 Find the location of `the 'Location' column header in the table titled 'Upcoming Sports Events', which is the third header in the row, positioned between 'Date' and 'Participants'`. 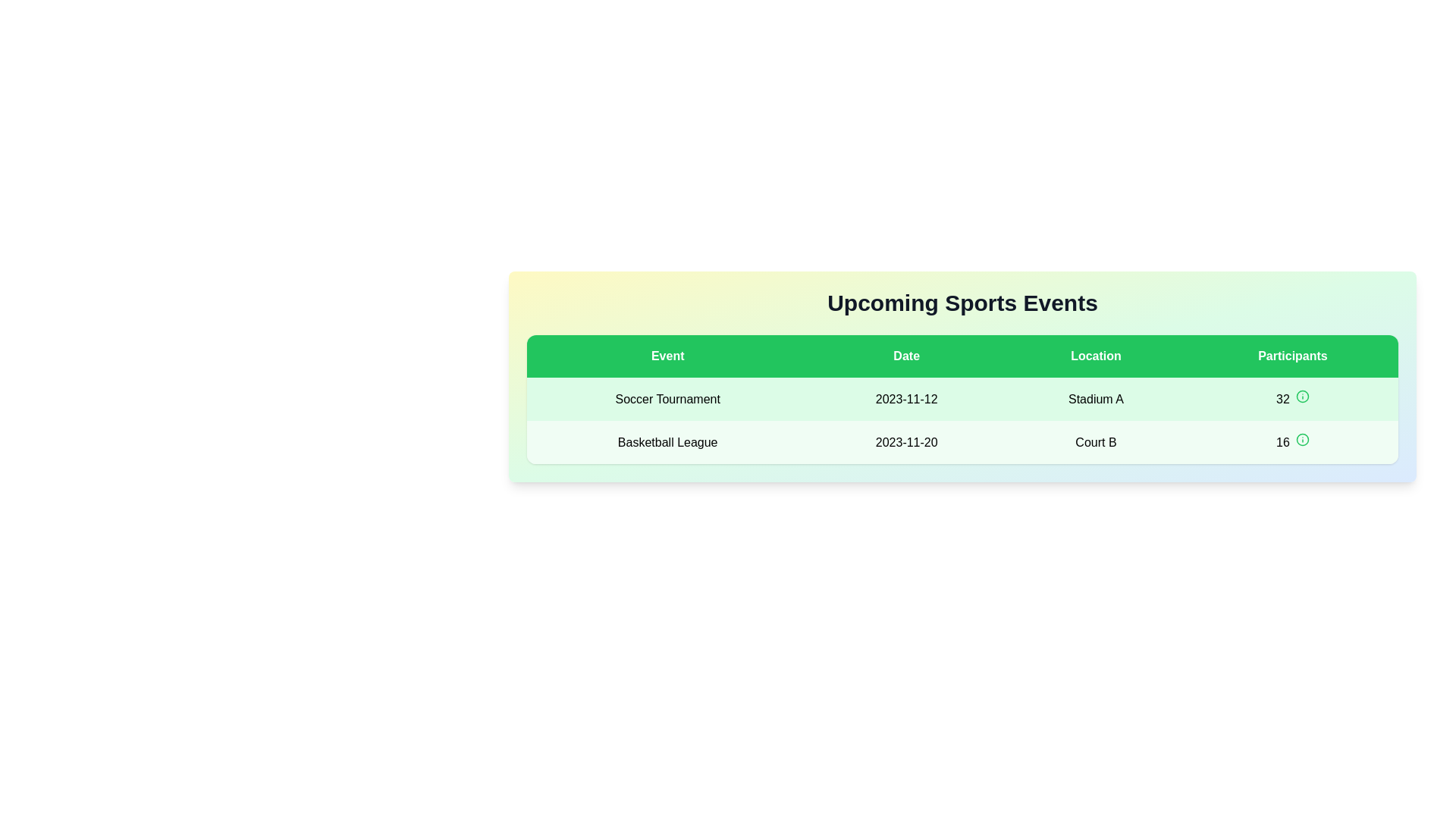

the 'Location' column header in the table titled 'Upcoming Sports Events', which is the third header in the row, positioned between 'Date' and 'Participants' is located at coordinates (1096, 356).